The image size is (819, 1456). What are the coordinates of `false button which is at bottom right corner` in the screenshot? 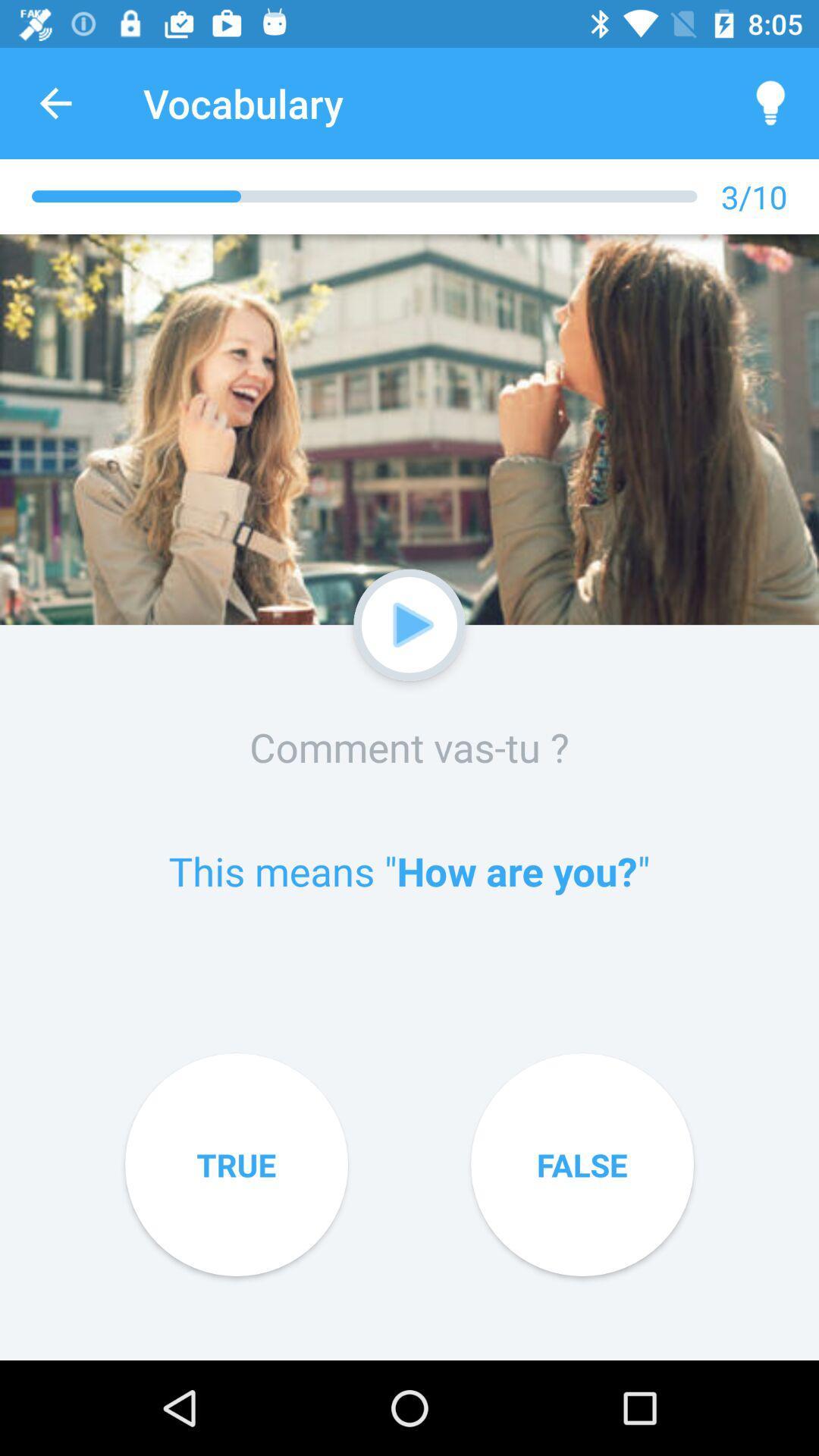 It's located at (581, 1164).